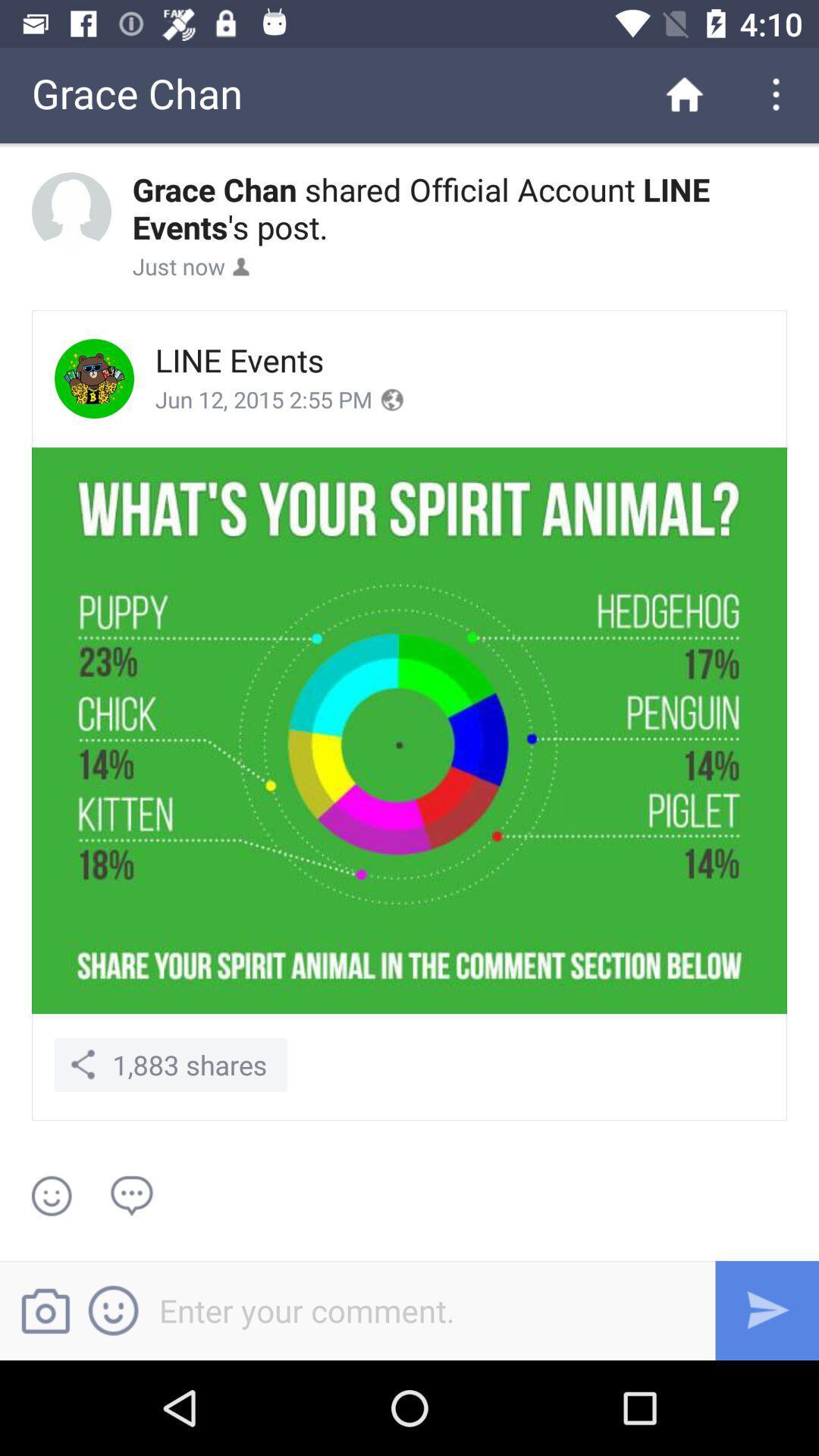 Image resolution: width=819 pixels, height=1456 pixels. Describe the element at coordinates (52, 1310) in the screenshot. I see `the photo icon` at that location.